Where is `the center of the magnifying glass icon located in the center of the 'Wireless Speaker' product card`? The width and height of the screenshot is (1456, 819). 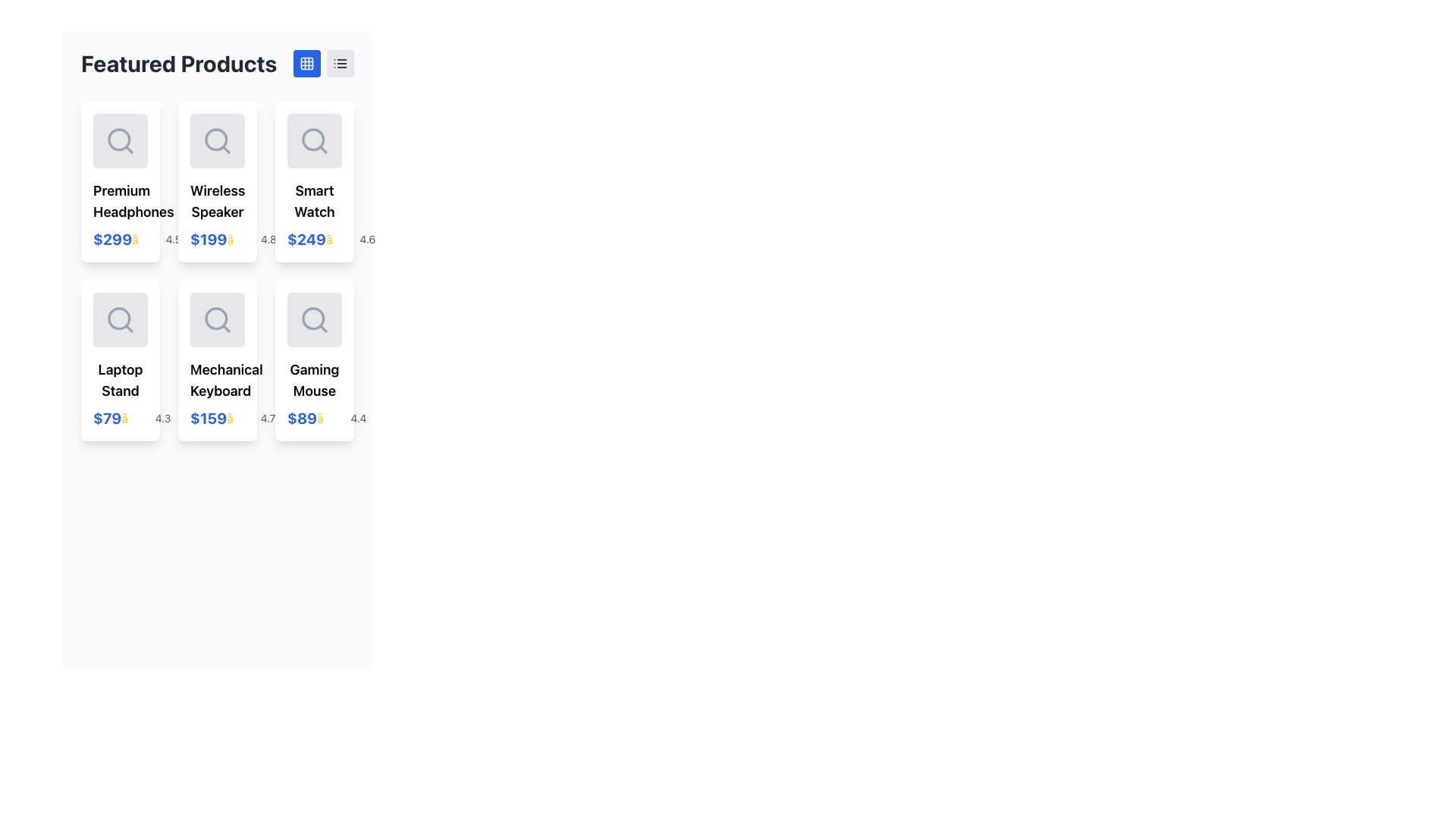 the center of the magnifying glass icon located in the center of the 'Wireless Speaker' product card is located at coordinates (217, 140).